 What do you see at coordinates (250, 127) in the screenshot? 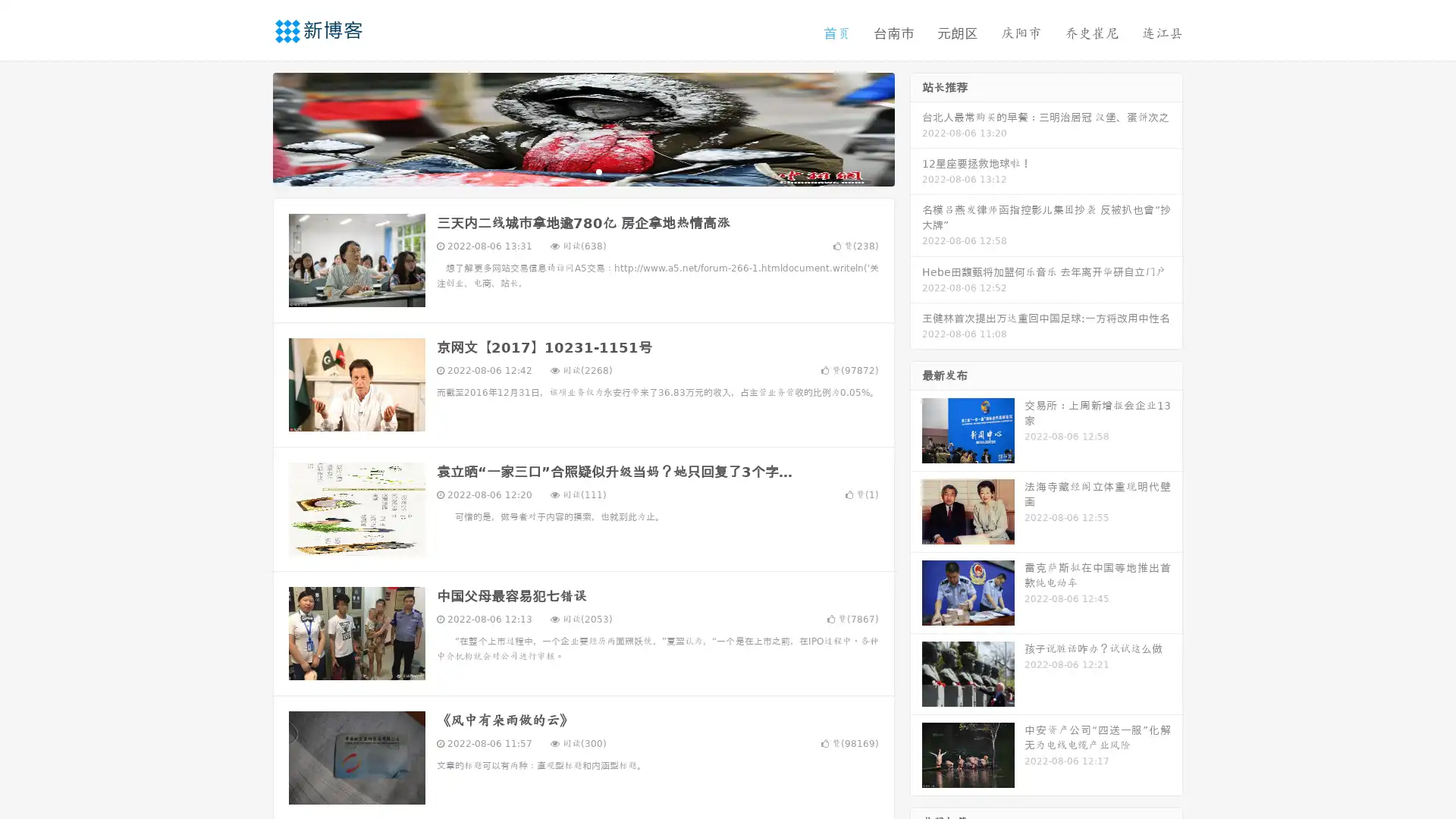
I see `Previous slide` at bounding box center [250, 127].